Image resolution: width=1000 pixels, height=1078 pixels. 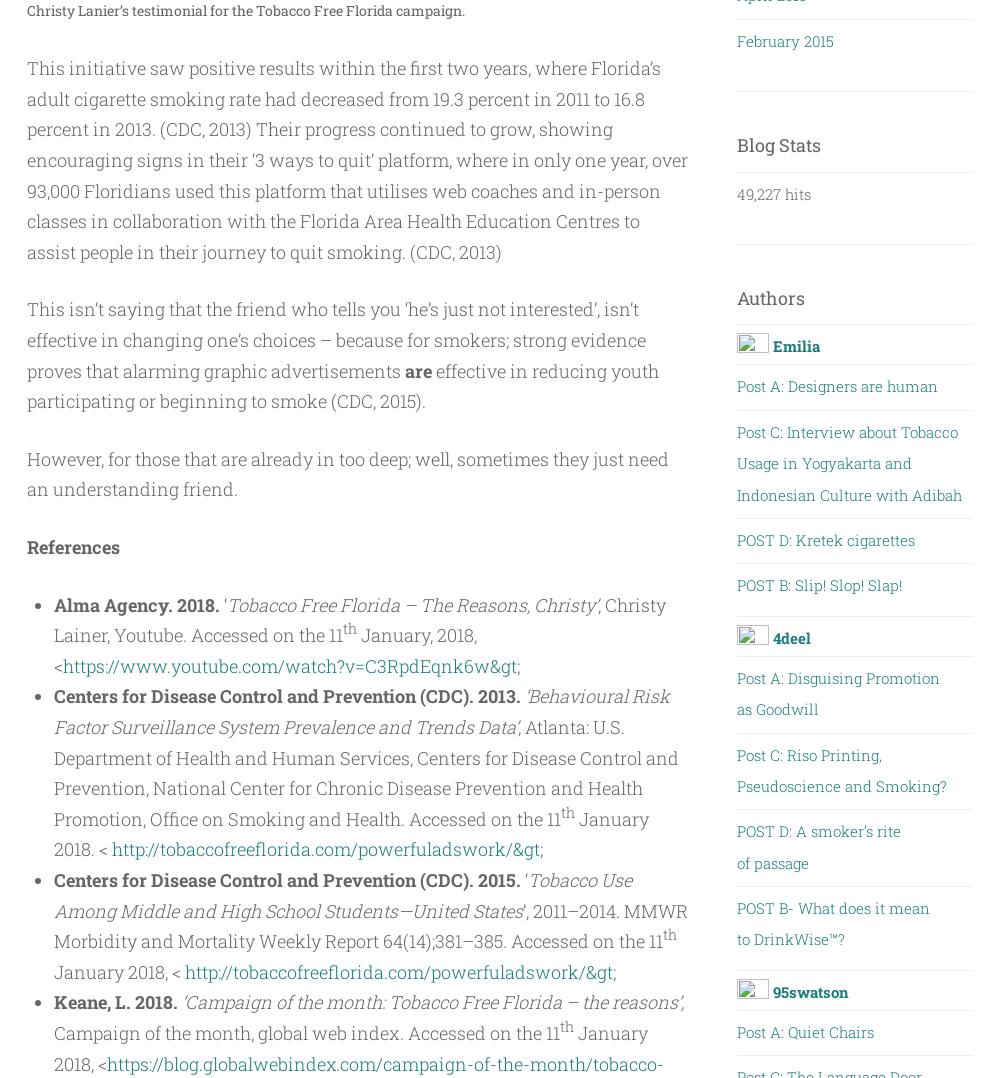 I want to click on '’, 2011–2014. MMWR Morbidity and Mortality Weekly Report 64(14);381–385. Accessed on the 11', so click(x=370, y=924).